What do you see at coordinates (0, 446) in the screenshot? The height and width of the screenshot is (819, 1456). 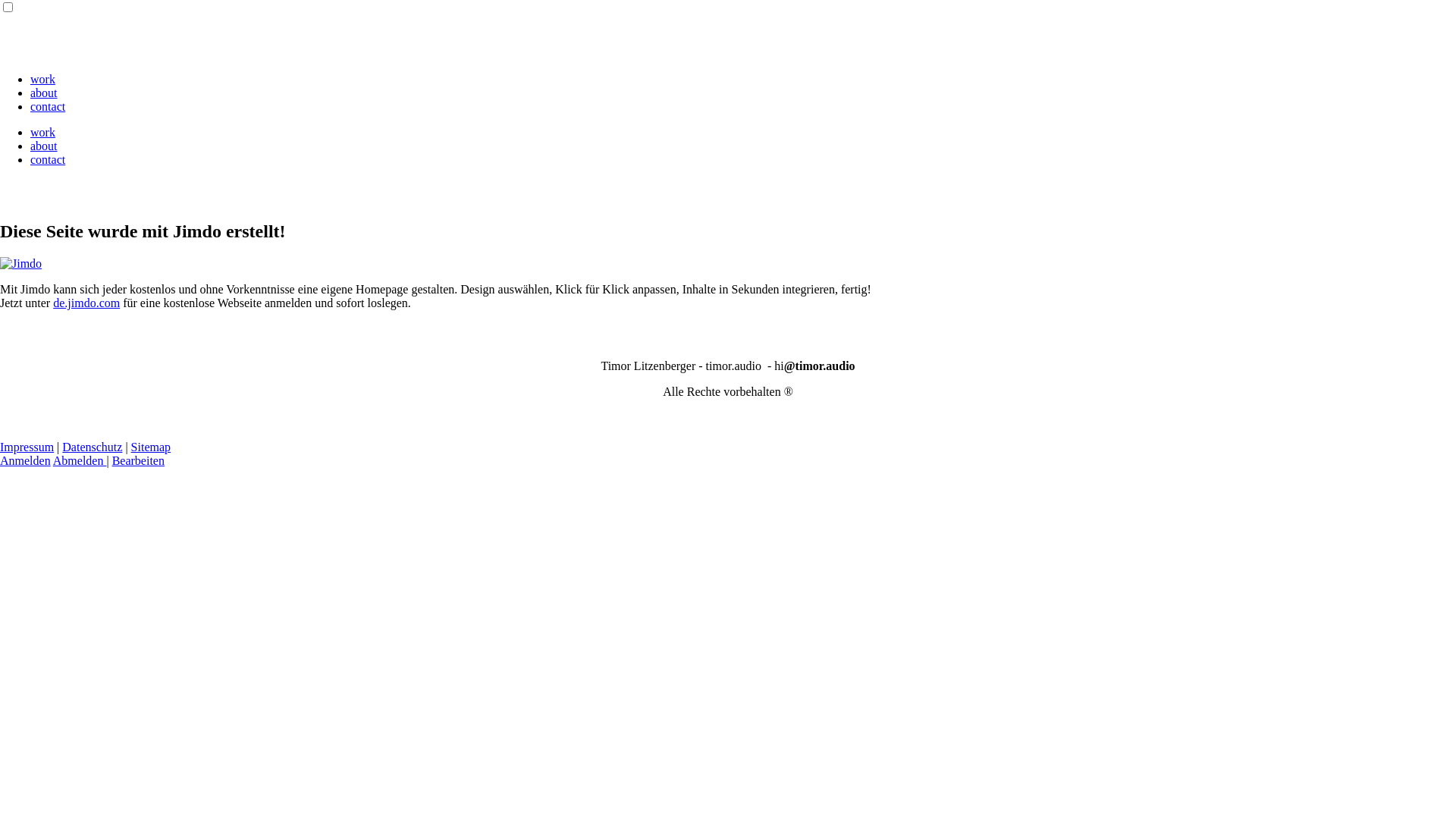 I see `'Impressum'` at bounding box center [0, 446].